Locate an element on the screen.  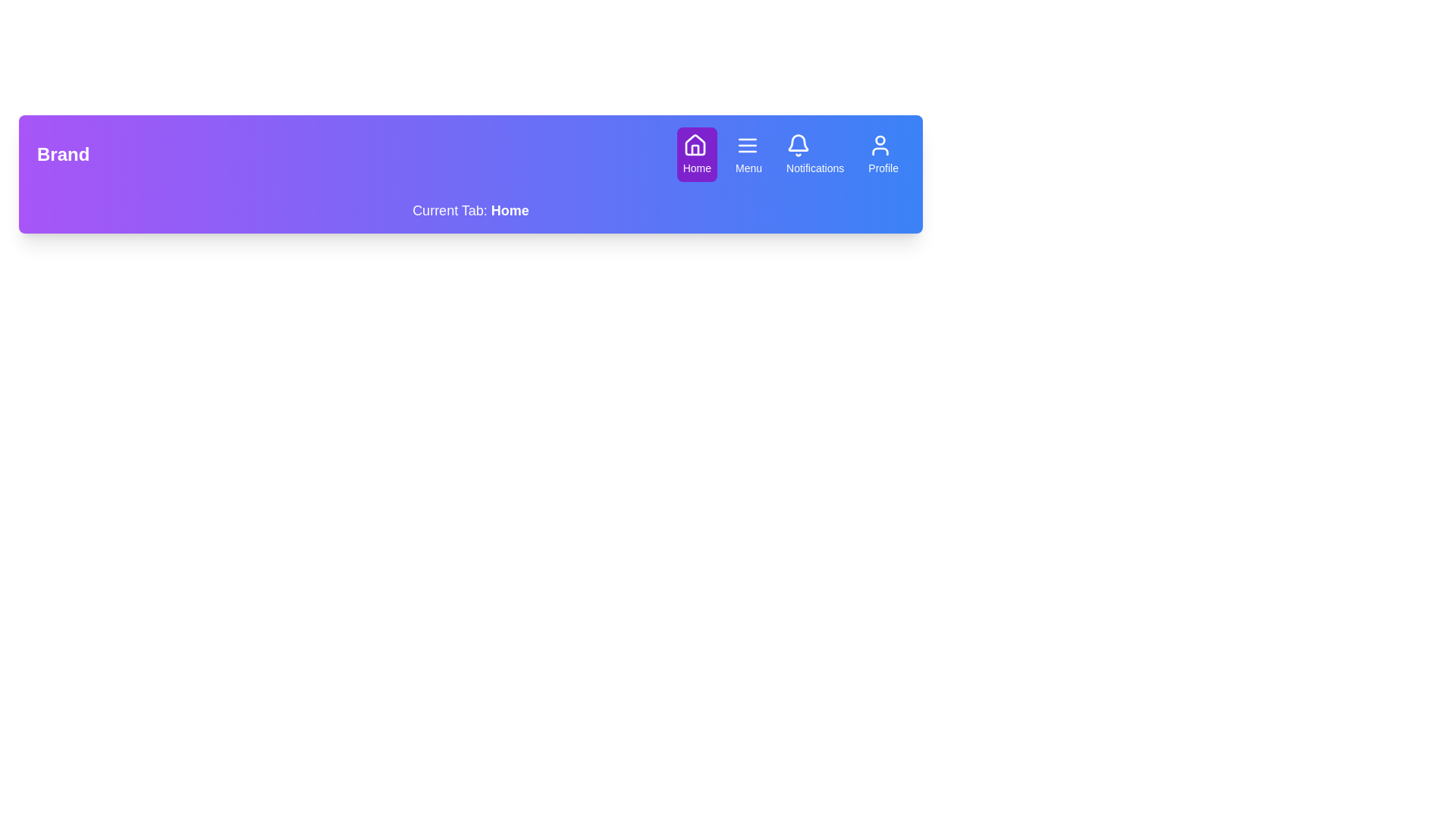
the navigation menu bar containing interactive links is located at coordinates (789, 155).